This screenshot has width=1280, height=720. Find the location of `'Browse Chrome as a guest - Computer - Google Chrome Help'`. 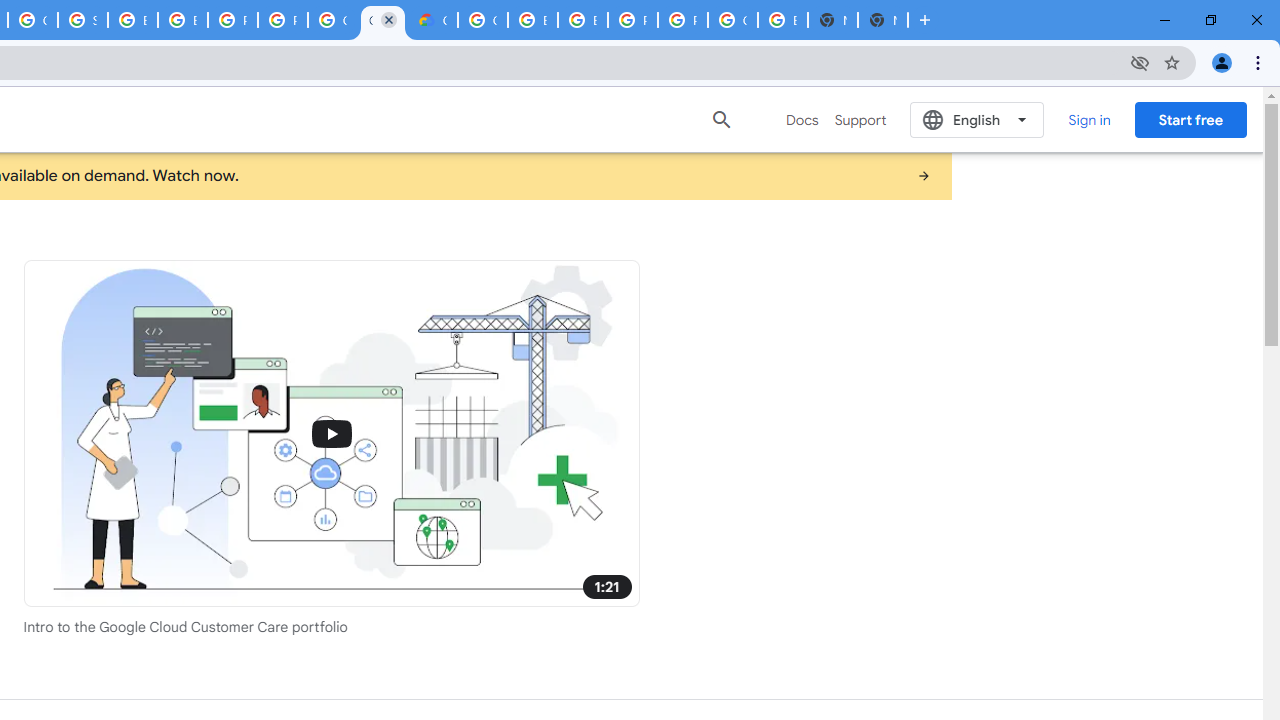

'Browse Chrome as a guest - Computer - Google Chrome Help' is located at coordinates (582, 20).